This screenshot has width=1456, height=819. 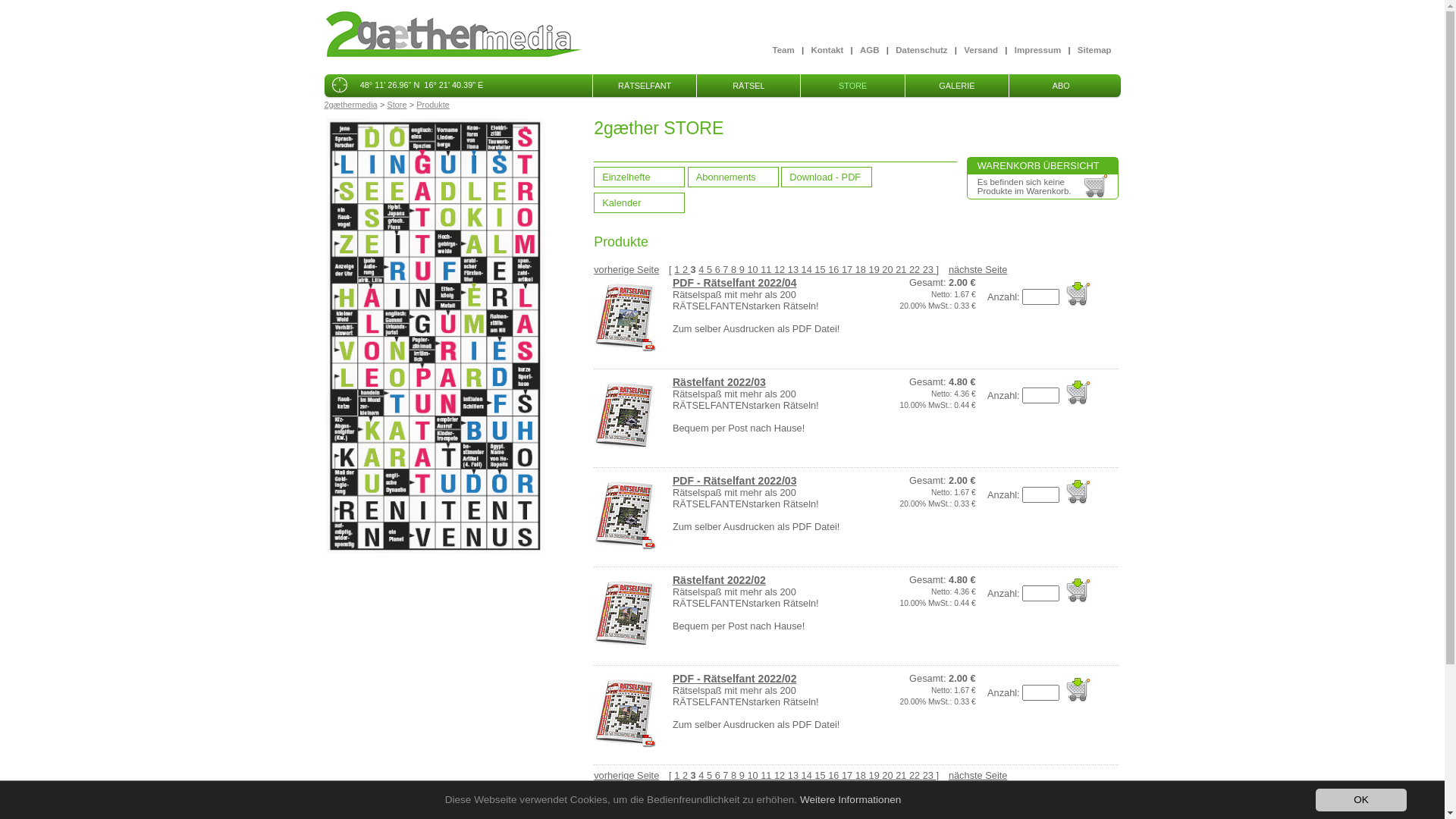 What do you see at coordinates (825, 176) in the screenshot?
I see `'Download - PDF'` at bounding box center [825, 176].